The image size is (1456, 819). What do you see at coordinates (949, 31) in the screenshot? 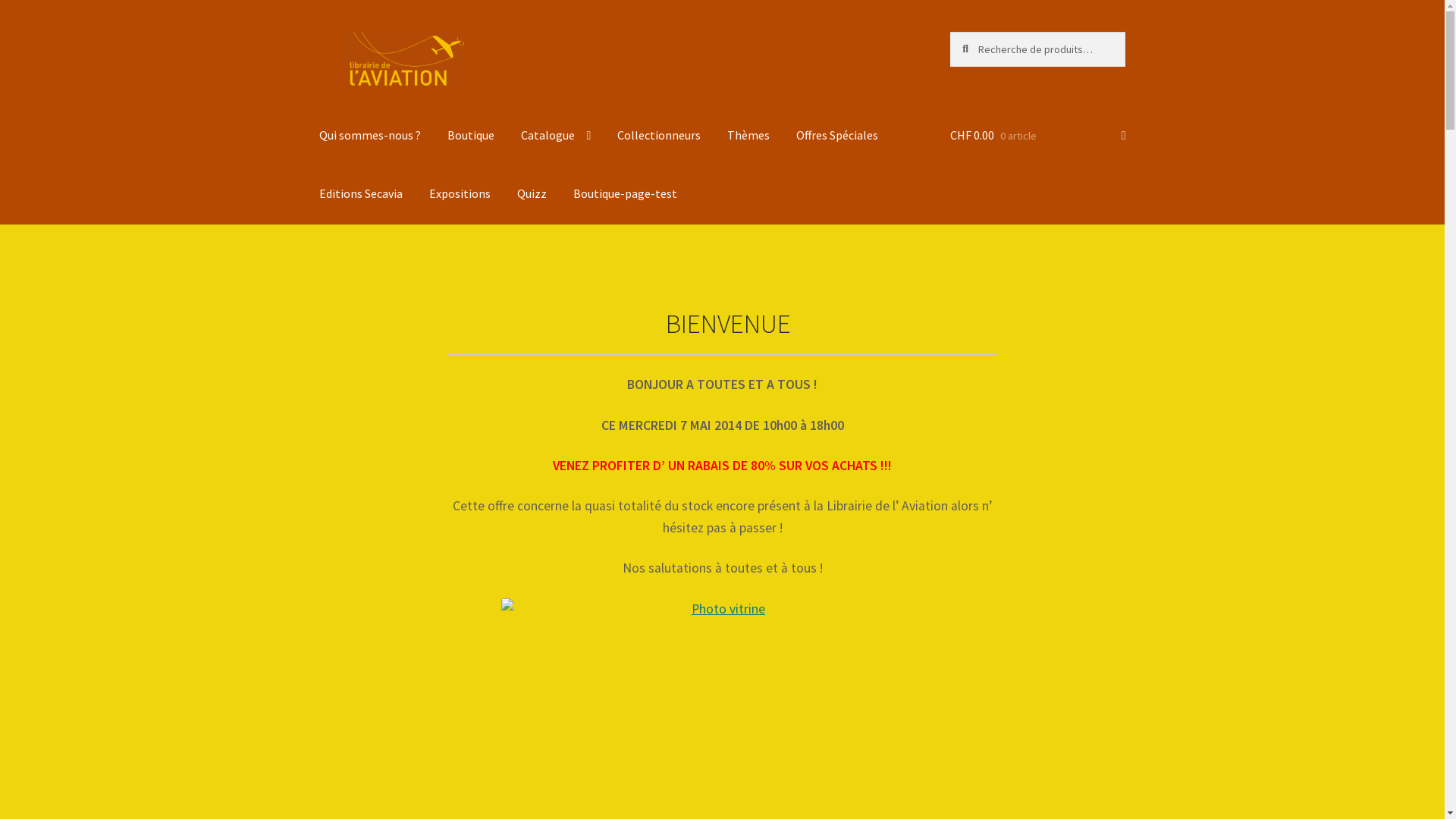
I see `'Recherche'` at bounding box center [949, 31].